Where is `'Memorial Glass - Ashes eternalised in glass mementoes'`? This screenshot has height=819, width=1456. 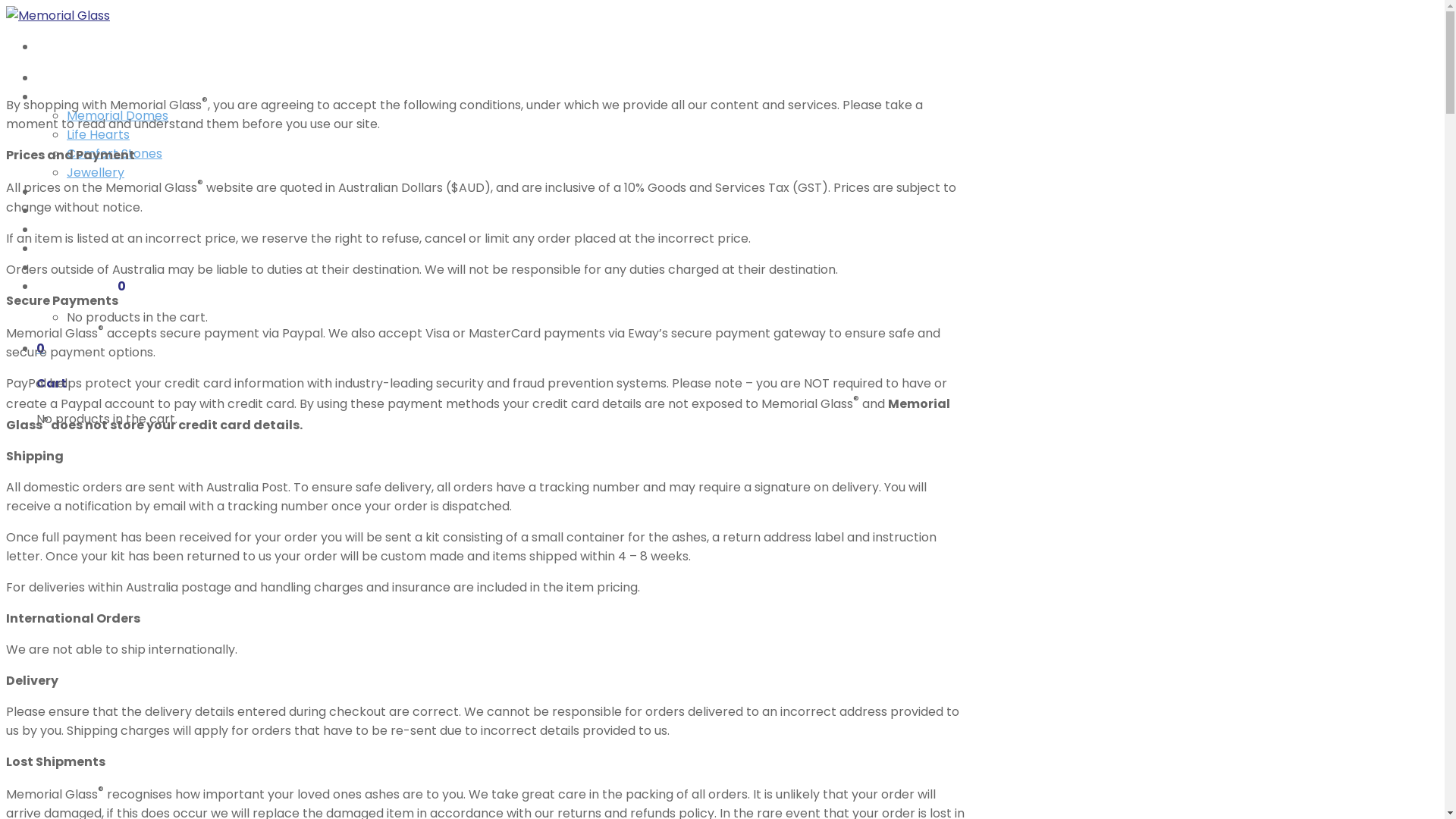
'Memorial Glass - Ashes eternalised in glass mementoes' is located at coordinates (58, 15).